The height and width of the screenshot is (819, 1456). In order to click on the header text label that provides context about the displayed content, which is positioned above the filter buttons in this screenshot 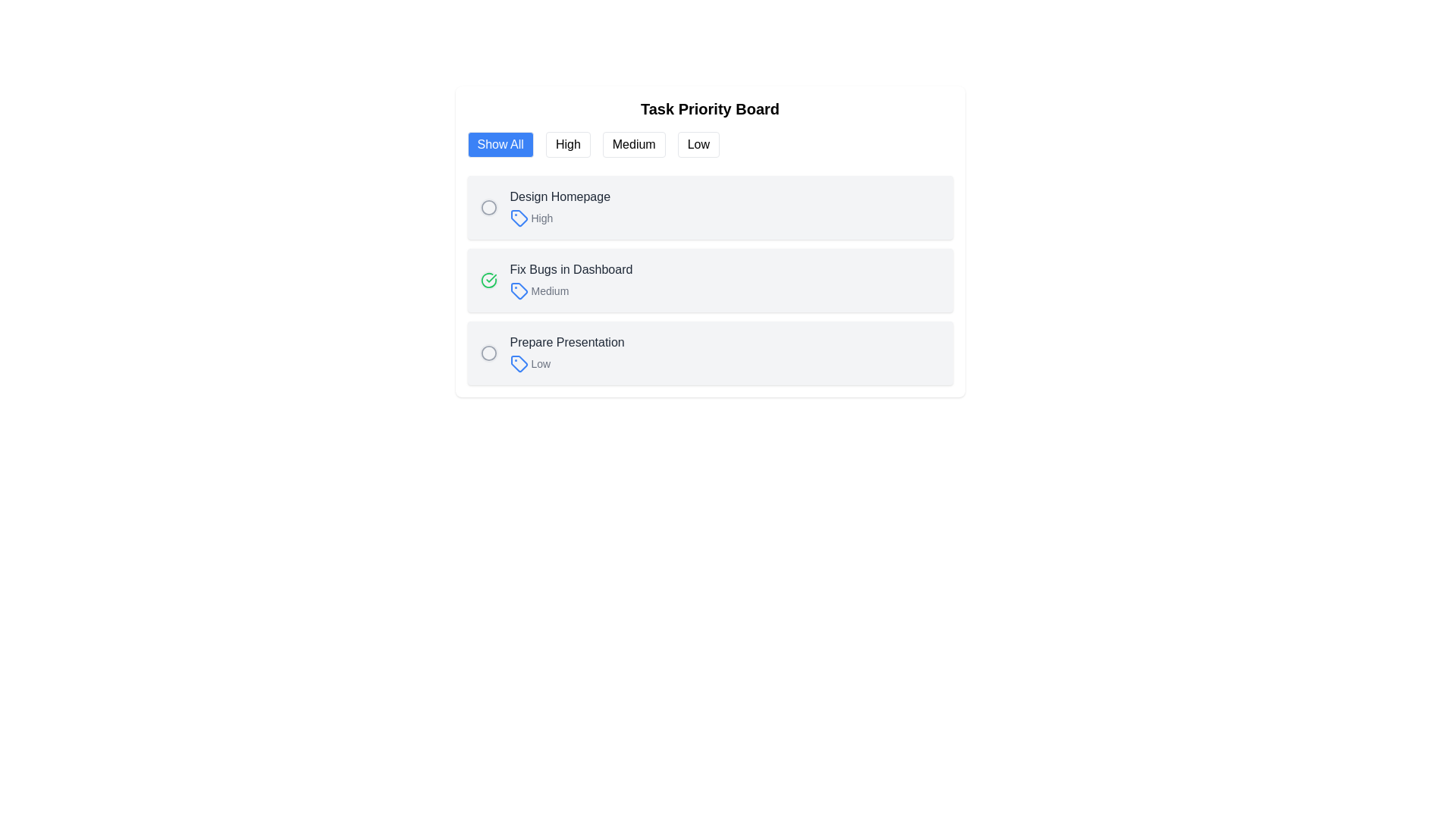, I will do `click(709, 108)`.